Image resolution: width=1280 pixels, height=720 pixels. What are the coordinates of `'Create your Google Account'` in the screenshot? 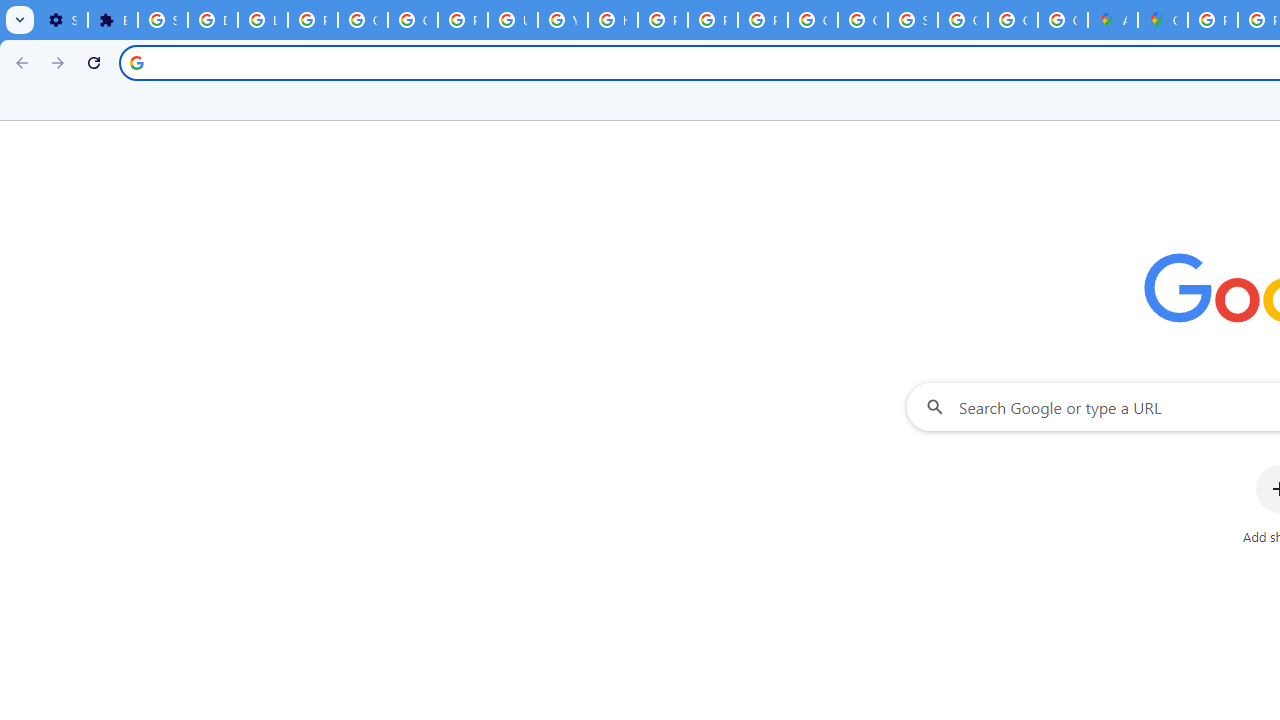 It's located at (1062, 20).